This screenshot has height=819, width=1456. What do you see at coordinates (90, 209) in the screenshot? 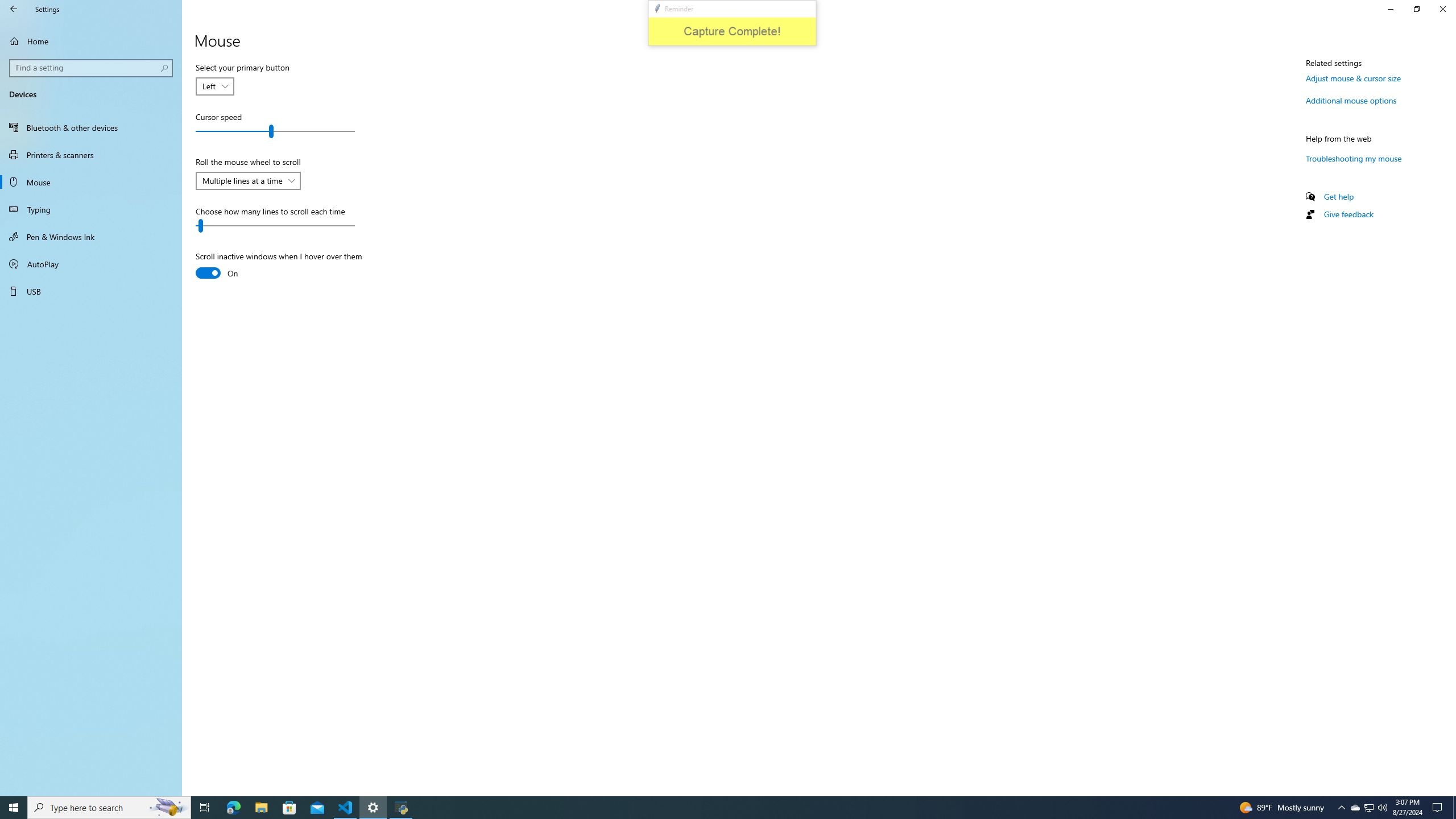
I see `'Typing'` at bounding box center [90, 209].